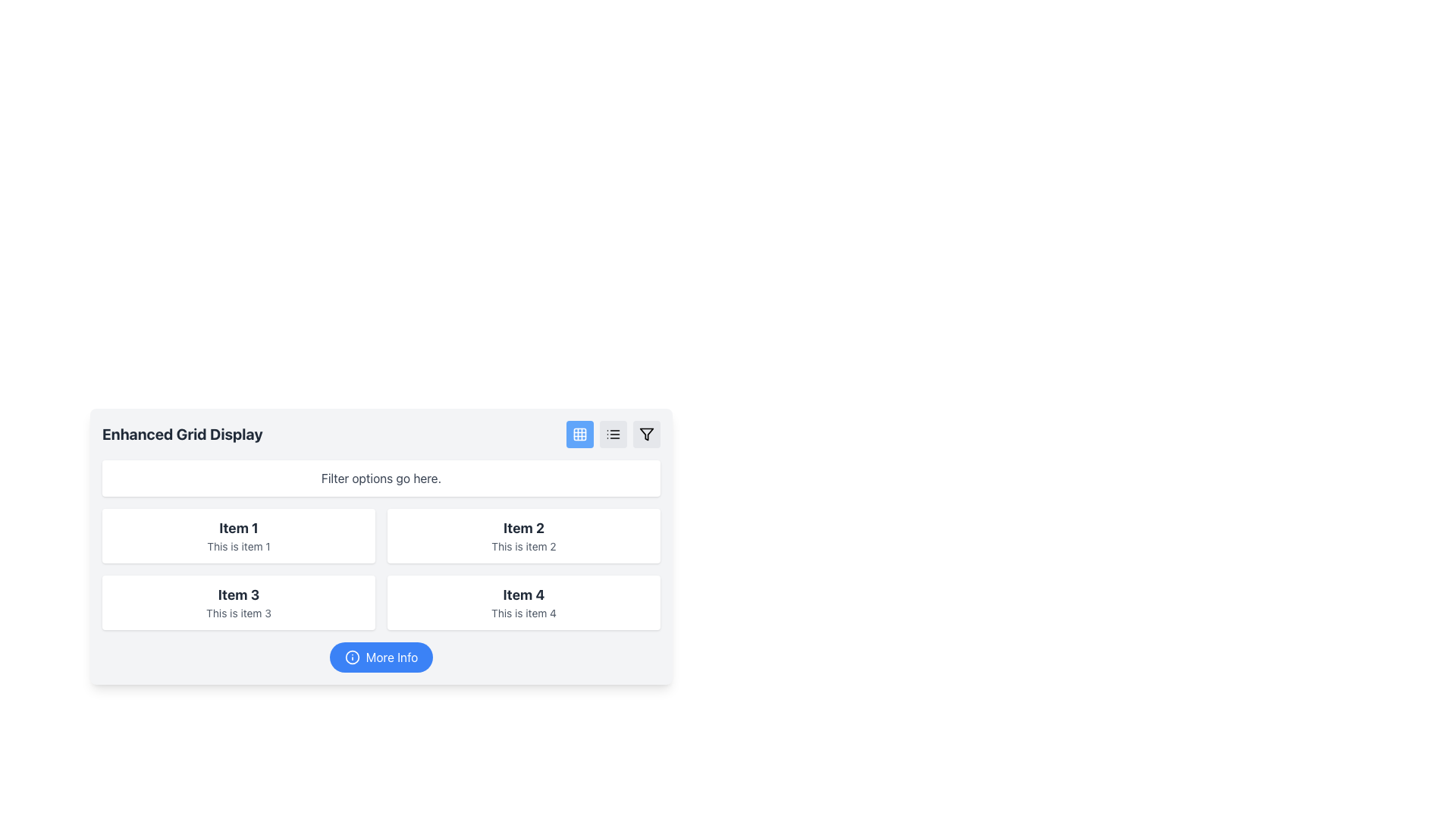  What do you see at coordinates (613, 435) in the screenshot?
I see `the button with a list symbol icon, which is styled with a gray background and circular border, located in the top-right corner of the widget area` at bounding box center [613, 435].